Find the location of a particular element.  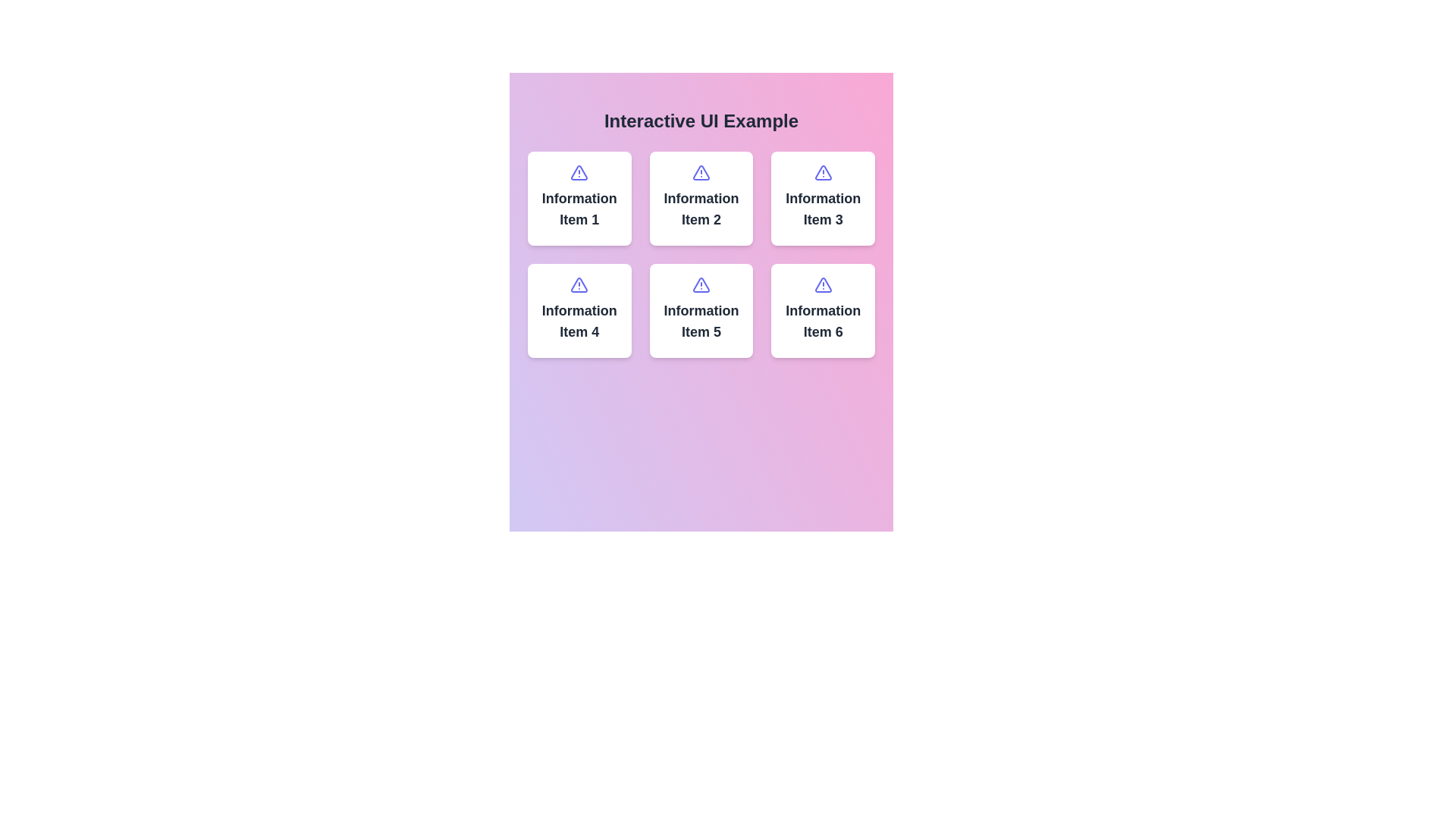

the triangular warning icon with a centered exclamation mark in the fifth pane labeled 'Information Item 5' is located at coordinates (700, 284).